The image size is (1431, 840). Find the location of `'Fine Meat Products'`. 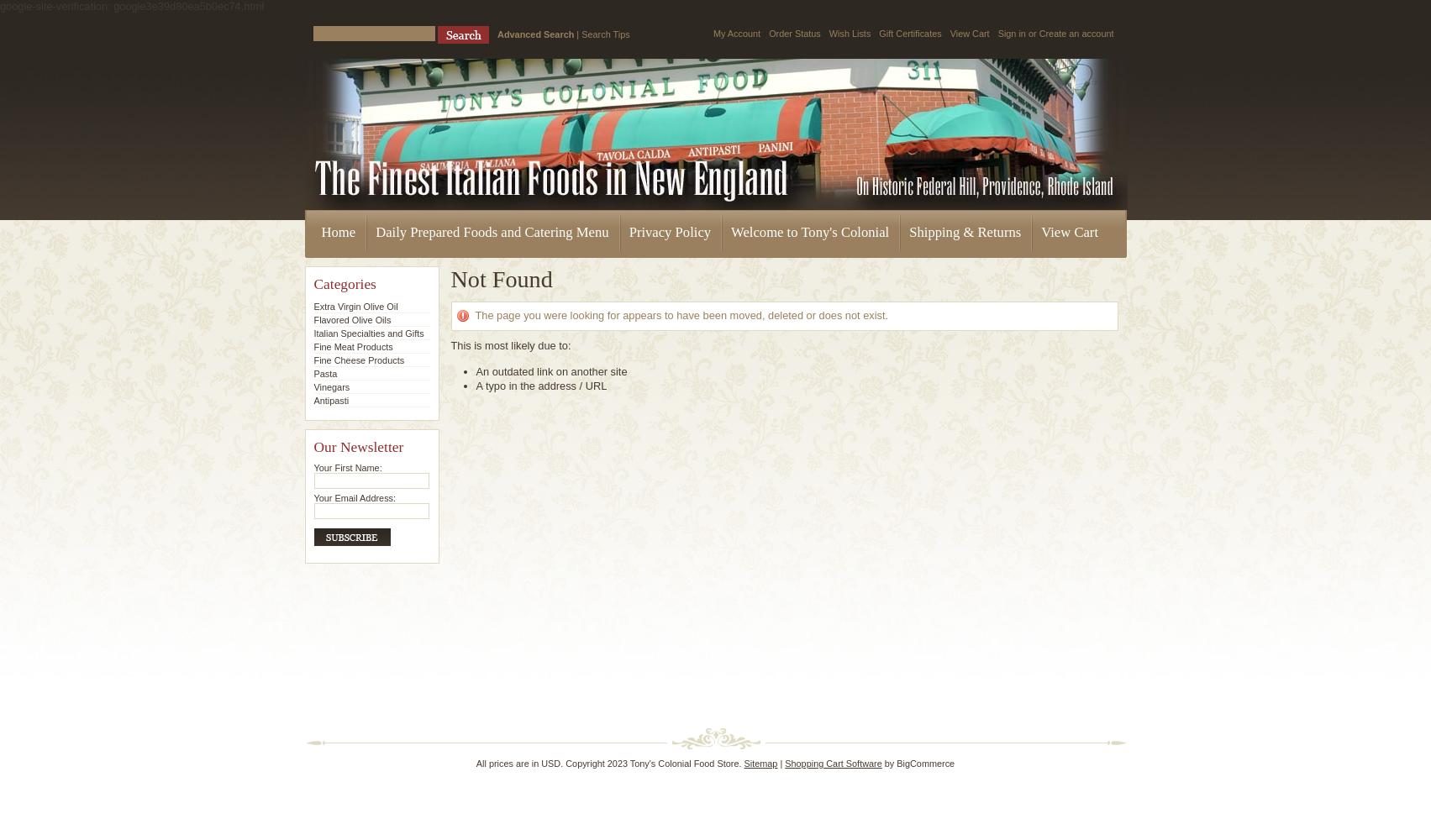

'Fine Meat Products' is located at coordinates (352, 347).